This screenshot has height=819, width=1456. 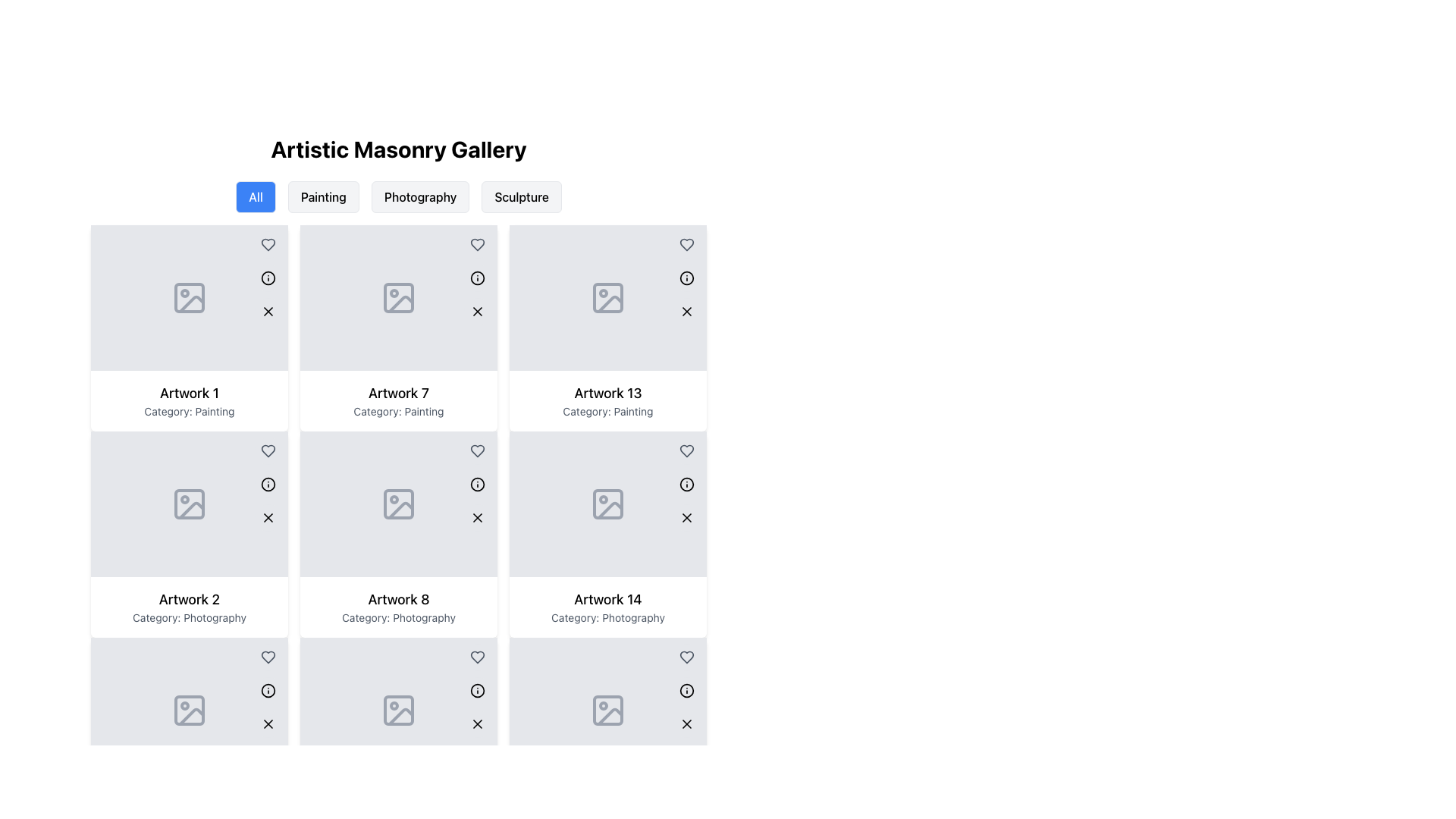 What do you see at coordinates (686, 450) in the screenshot?
I see `the heart icon located in the first column of the fourth row of the grid layout within the card labeled 'Artwork 13' to mark it as liked` at bounding box center [686, 450].